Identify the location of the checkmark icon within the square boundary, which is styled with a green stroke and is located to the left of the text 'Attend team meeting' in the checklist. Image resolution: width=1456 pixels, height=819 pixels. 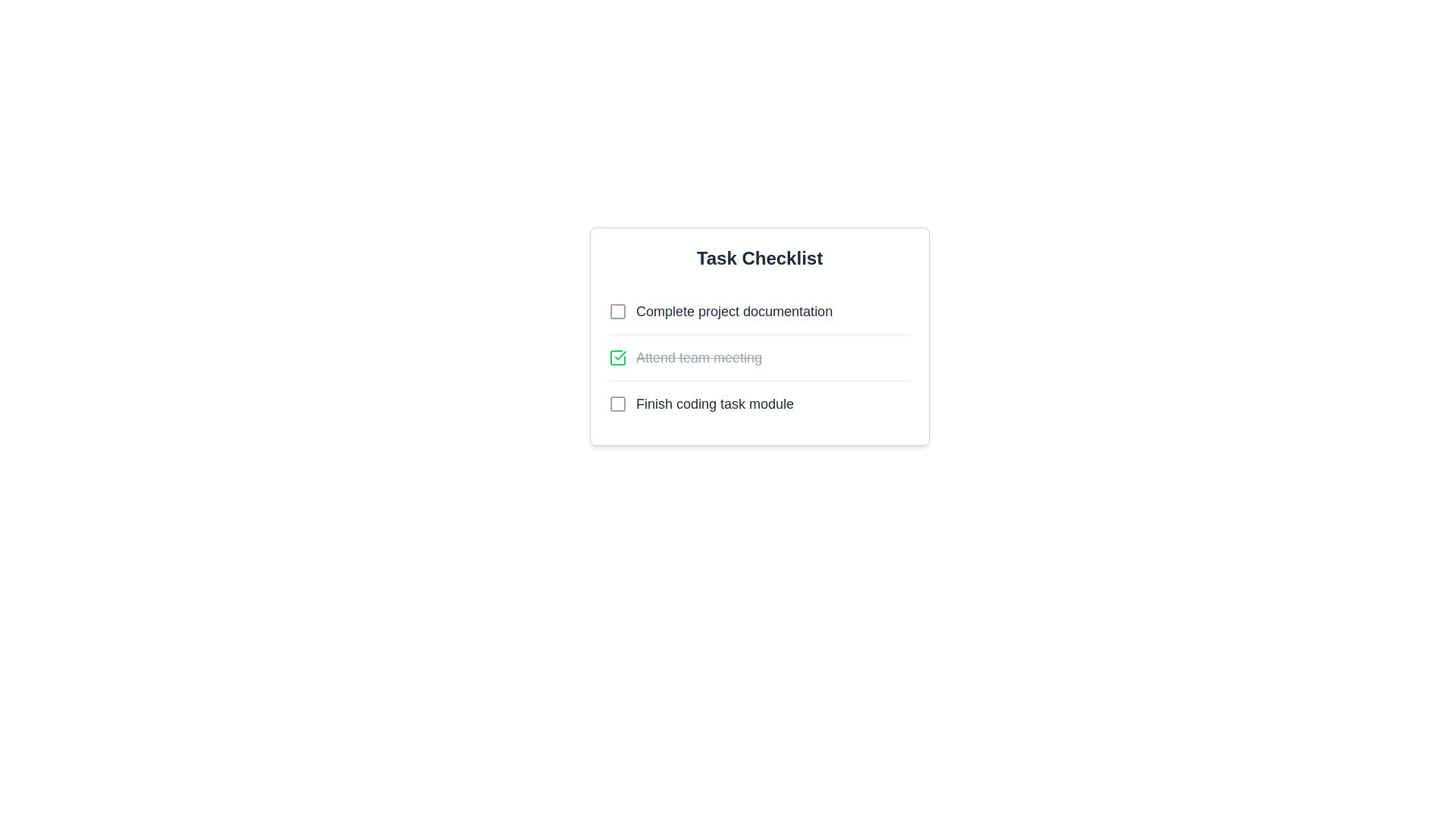
(620, 356).